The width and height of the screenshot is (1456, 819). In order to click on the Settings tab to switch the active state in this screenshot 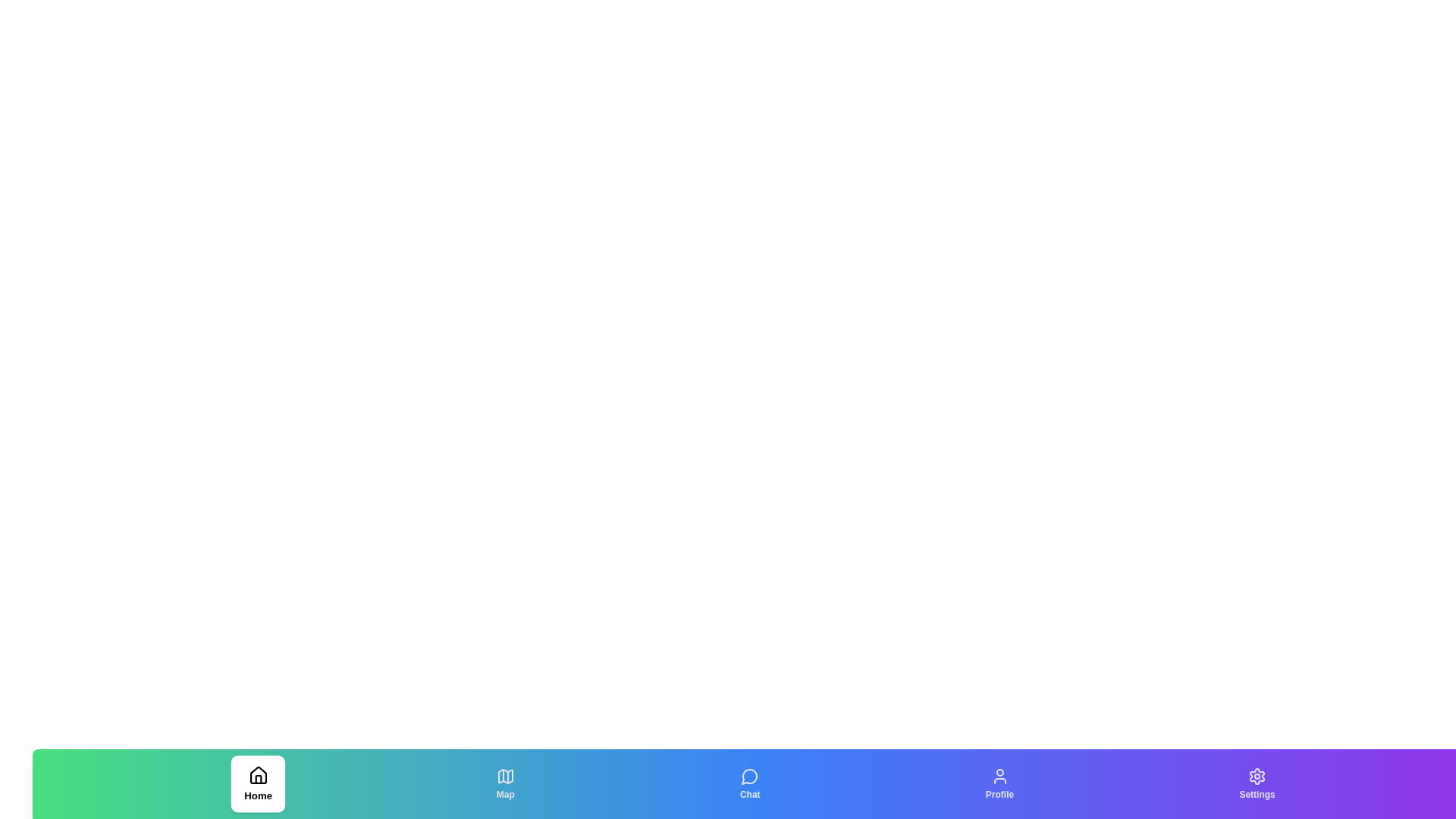, I will do `click(1257, 783)`.